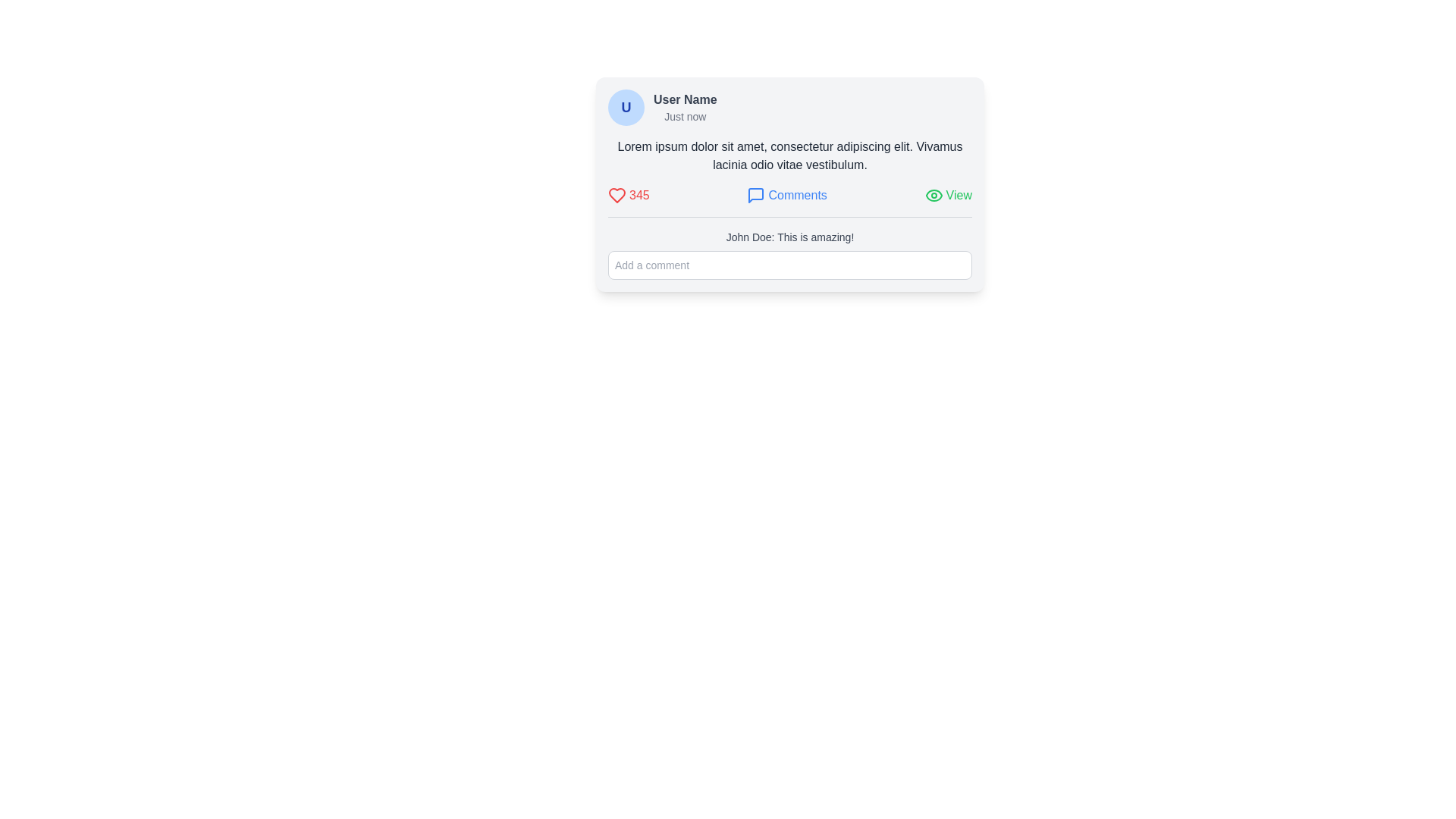  I want to click on the outer ellipse of the eye icon, which is part of a larger design associated with visibility, located slightly to the left of the 'View' label, so click(933, 195).